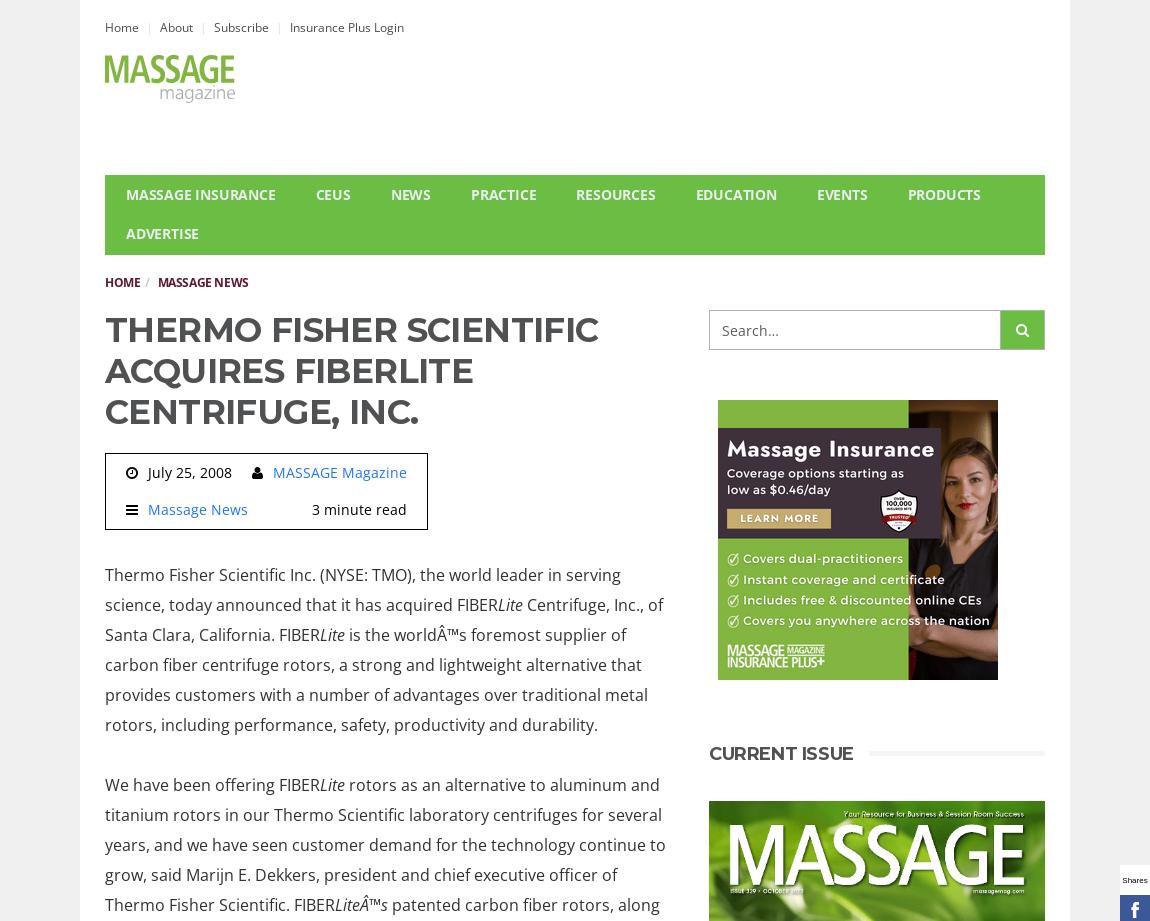 This screenshot has height=921, width=1150. What do you see at coordinates (895, 284) in the screenshot?
I see `'Become an Events Poster'` at bounding box center [895, 284].